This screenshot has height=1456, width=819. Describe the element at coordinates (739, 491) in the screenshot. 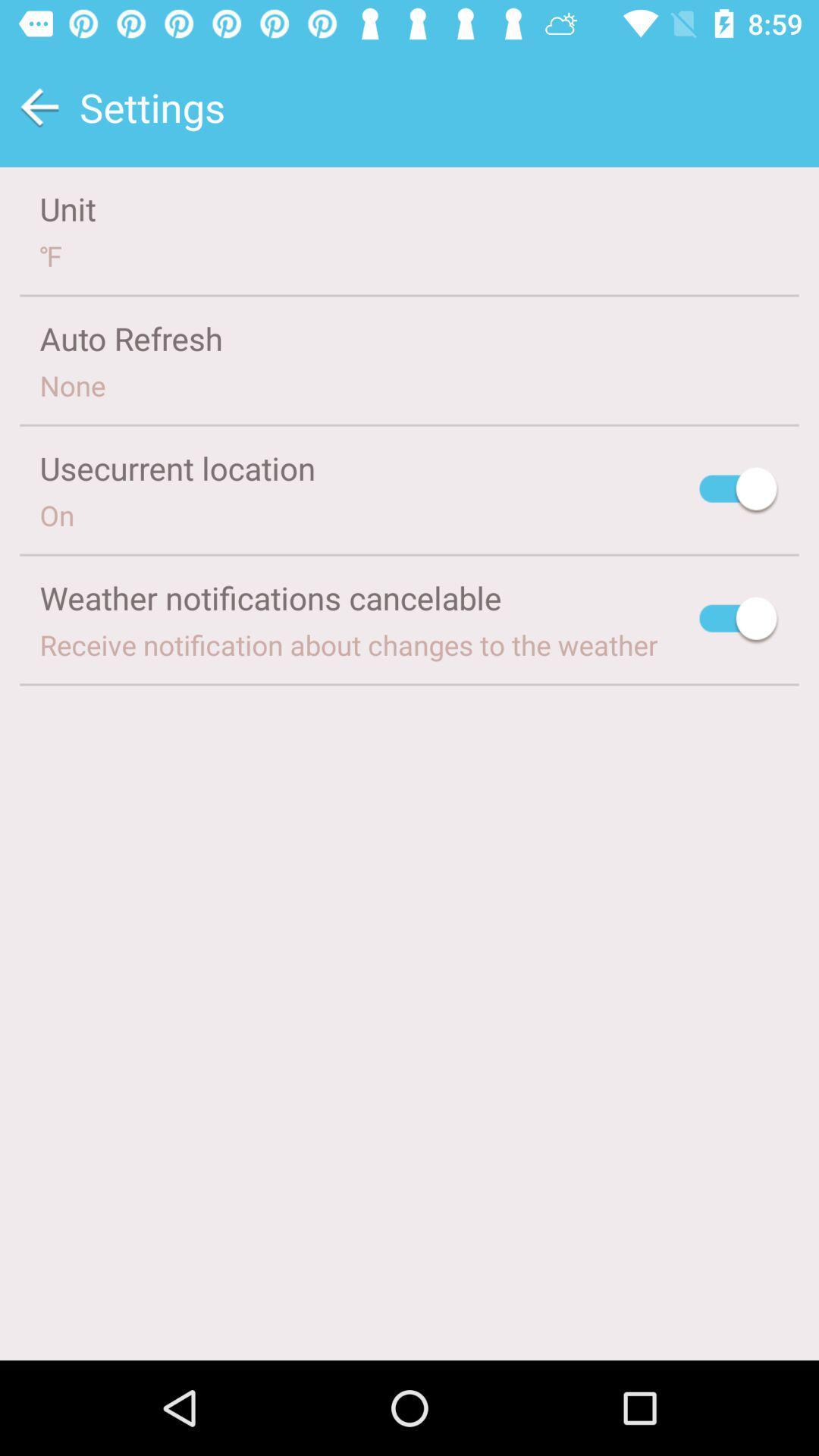

I see `switch element on/off` at that location.